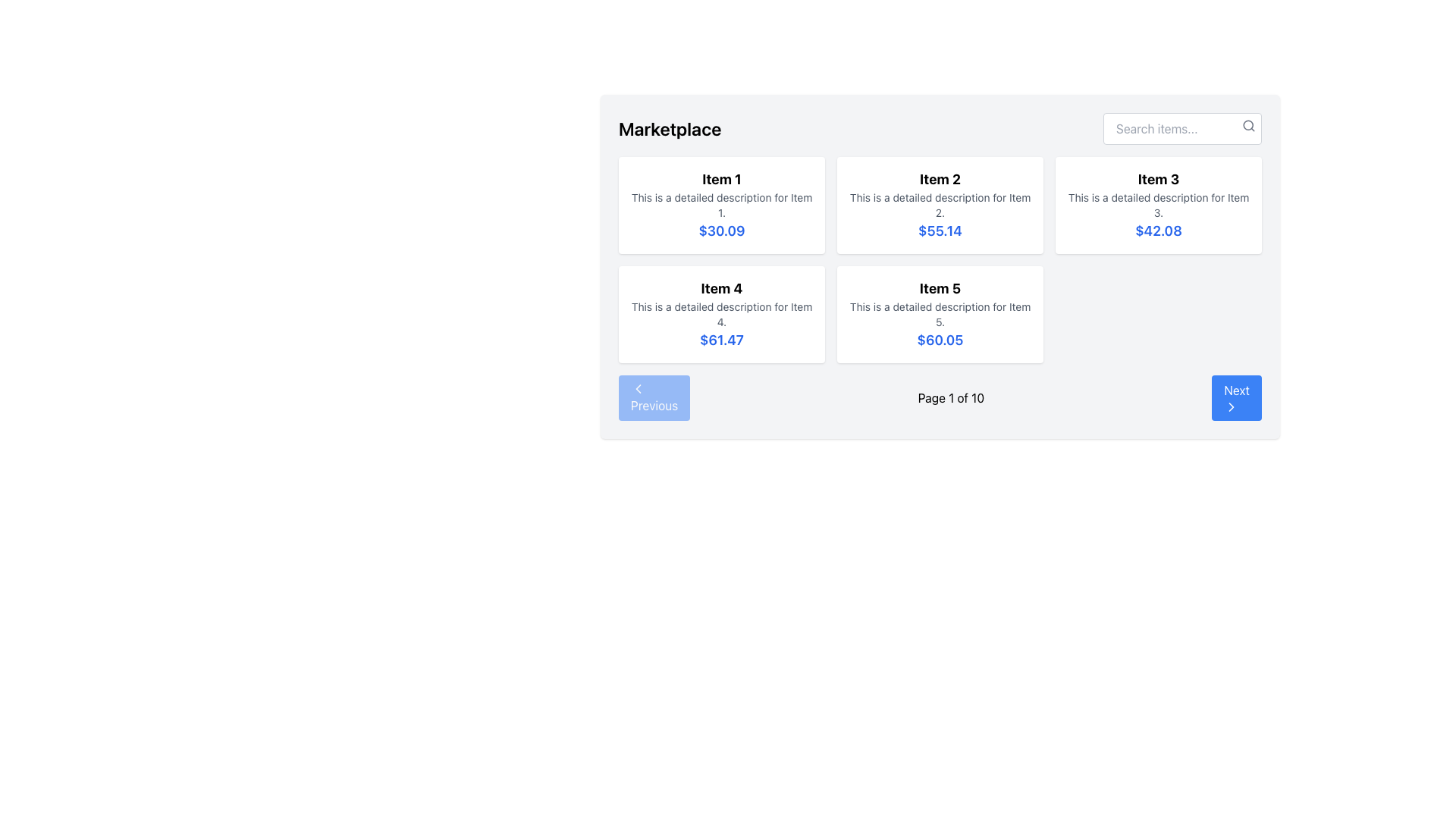 The image size is (1456, 819). I want to click on price information displayed in the text label '$55.14', which is styled in a bold and large blue font below the description of 'Item 2' in the card layout, so click(939, 231).